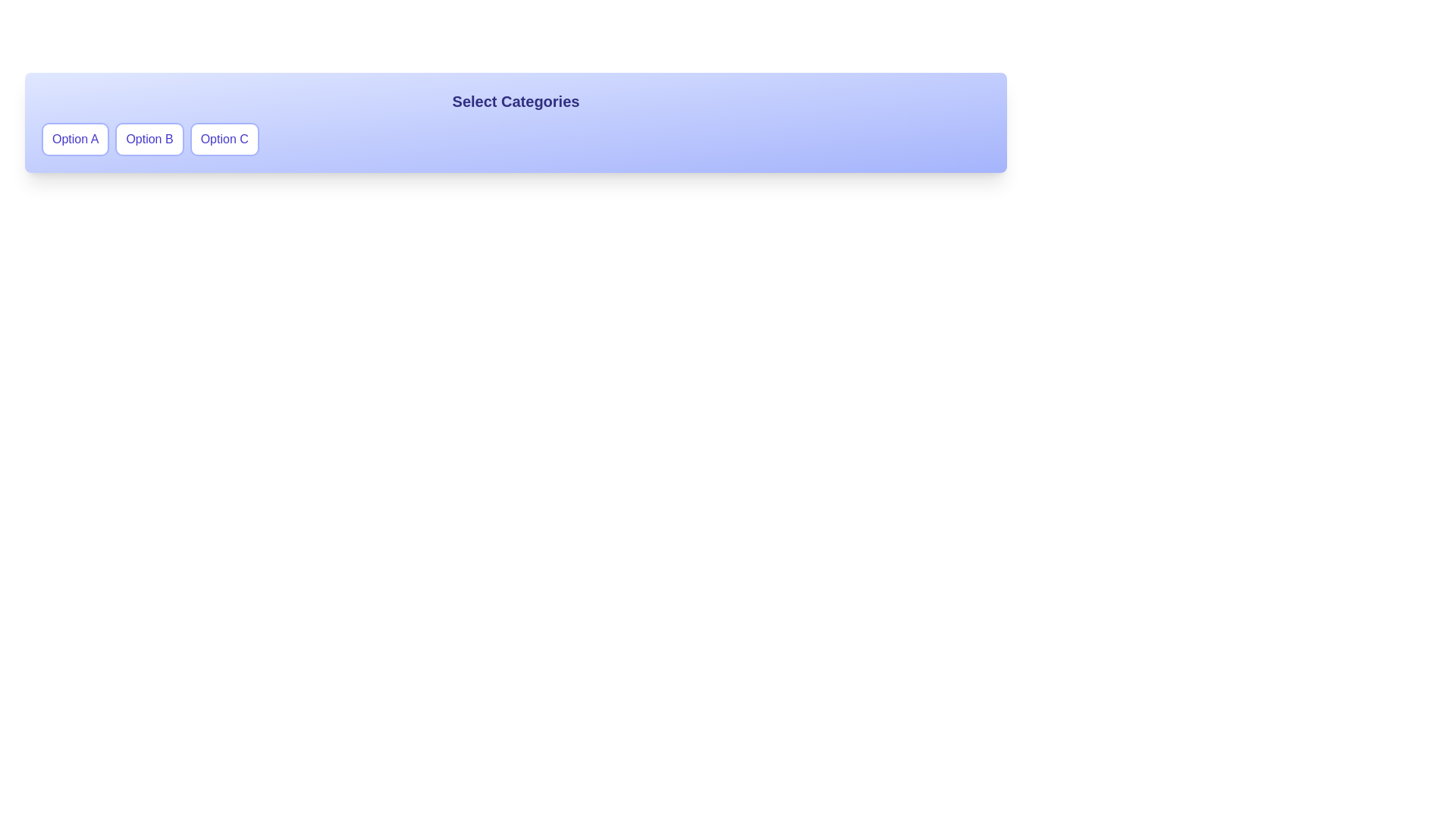 This screenshot has width=1456, height=819. I want to click on the Option B button to toggle its selection state, so click(149, 140).